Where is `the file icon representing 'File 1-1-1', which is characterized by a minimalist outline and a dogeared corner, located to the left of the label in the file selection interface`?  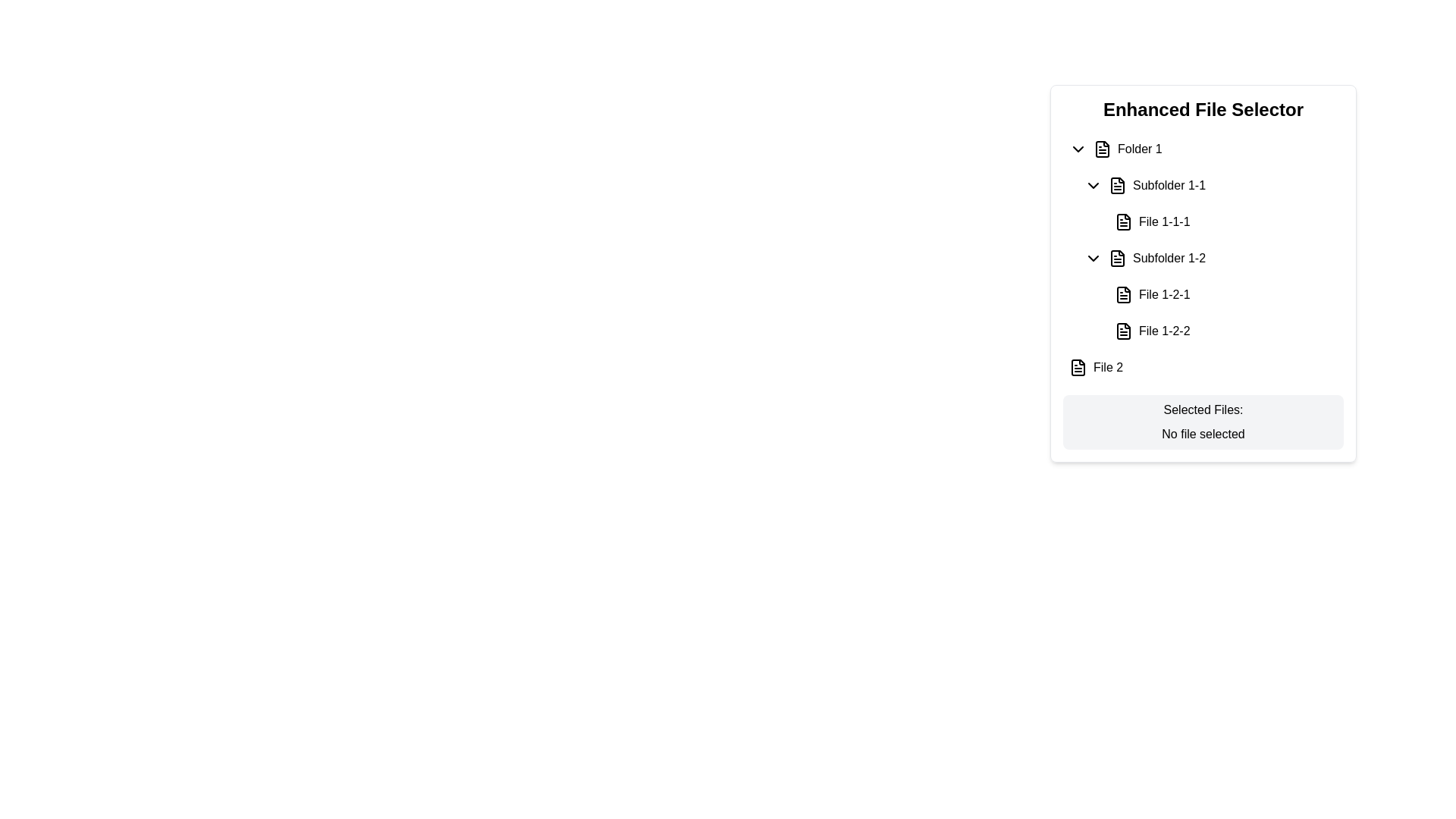 the file icon representing 'File 1-1-1', which is characterized by a minimalist outline and a dogeared corner, located to the left of the label in the file selection interface is located at coordinates (1124, 222).